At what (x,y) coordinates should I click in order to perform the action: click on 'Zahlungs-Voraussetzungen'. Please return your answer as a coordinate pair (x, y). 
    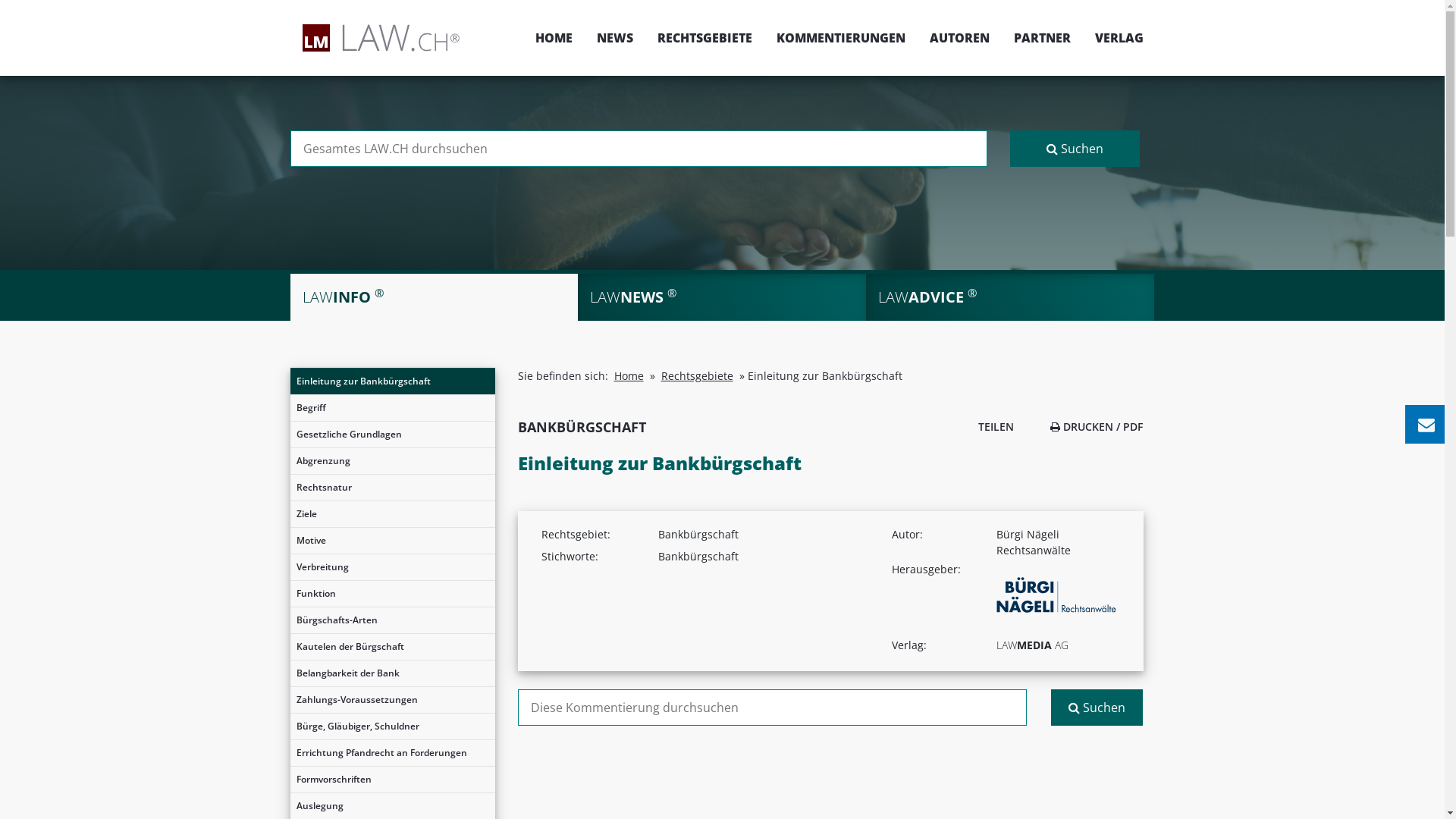
    Looking at the image, I should click on (392, 699).